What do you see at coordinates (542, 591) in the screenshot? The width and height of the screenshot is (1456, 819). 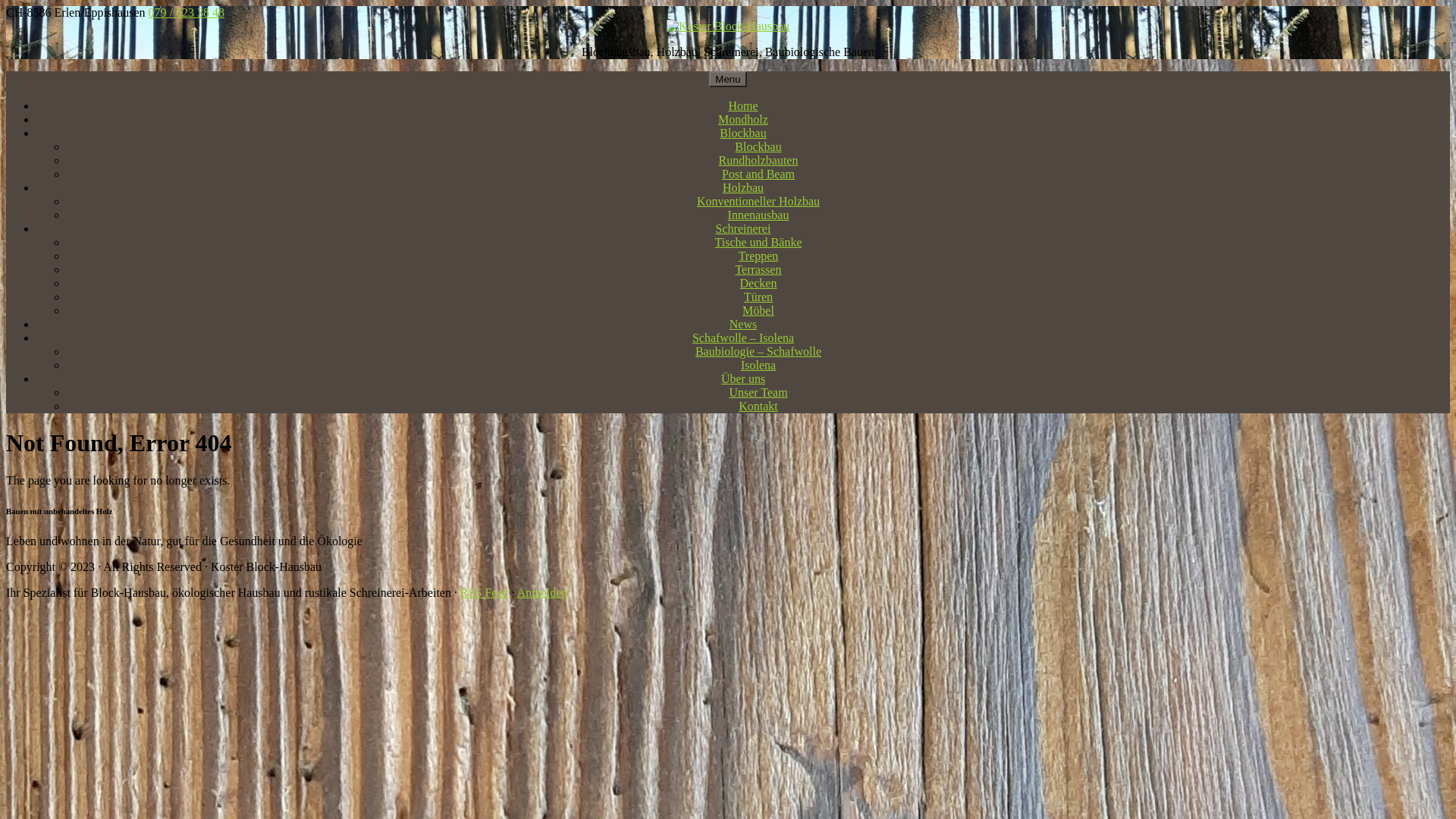 I see `'Anmelden'` at bounding box center [542, 591].